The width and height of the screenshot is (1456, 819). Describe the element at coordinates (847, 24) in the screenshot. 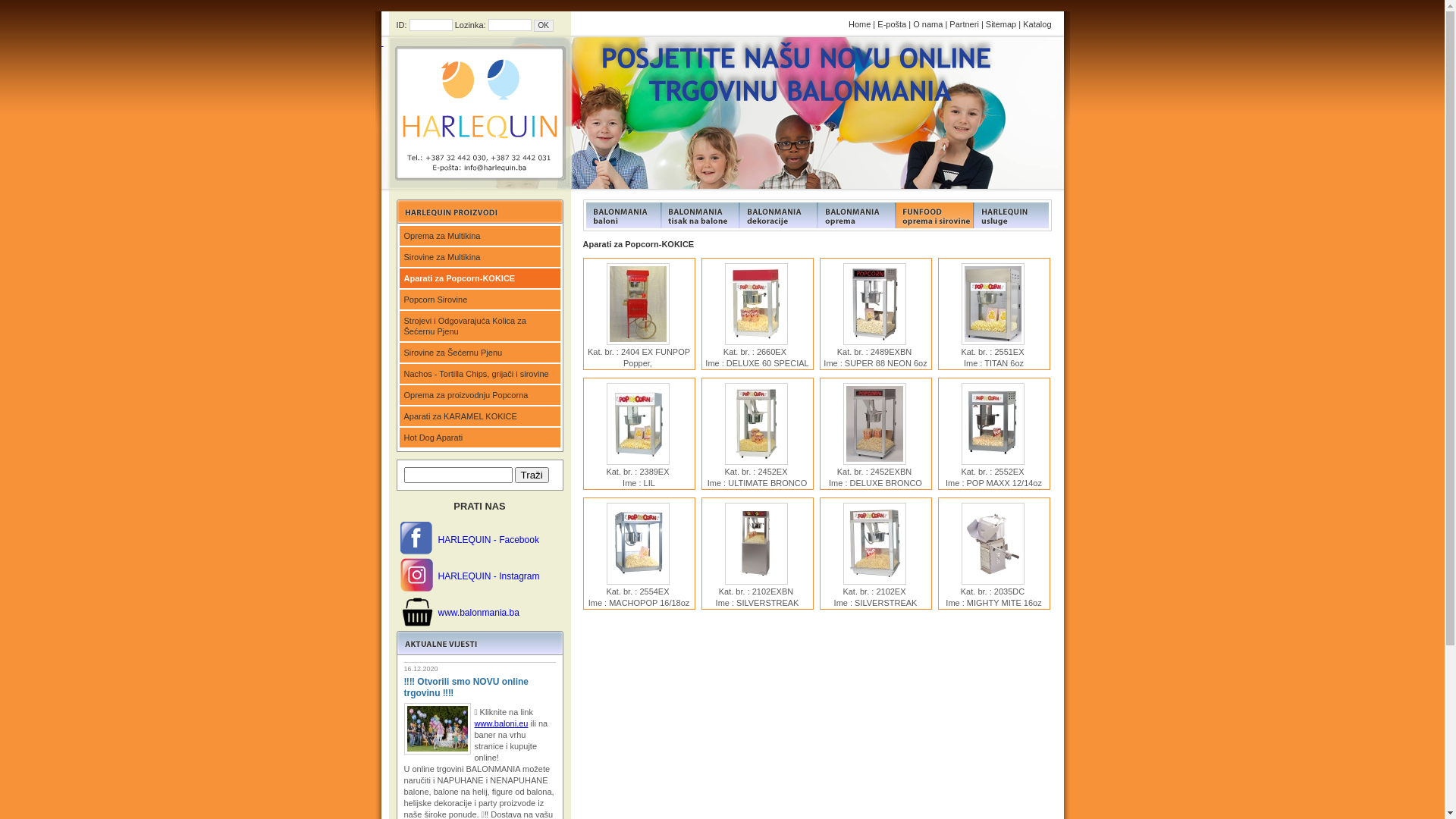

I see `'Home'` at that location.